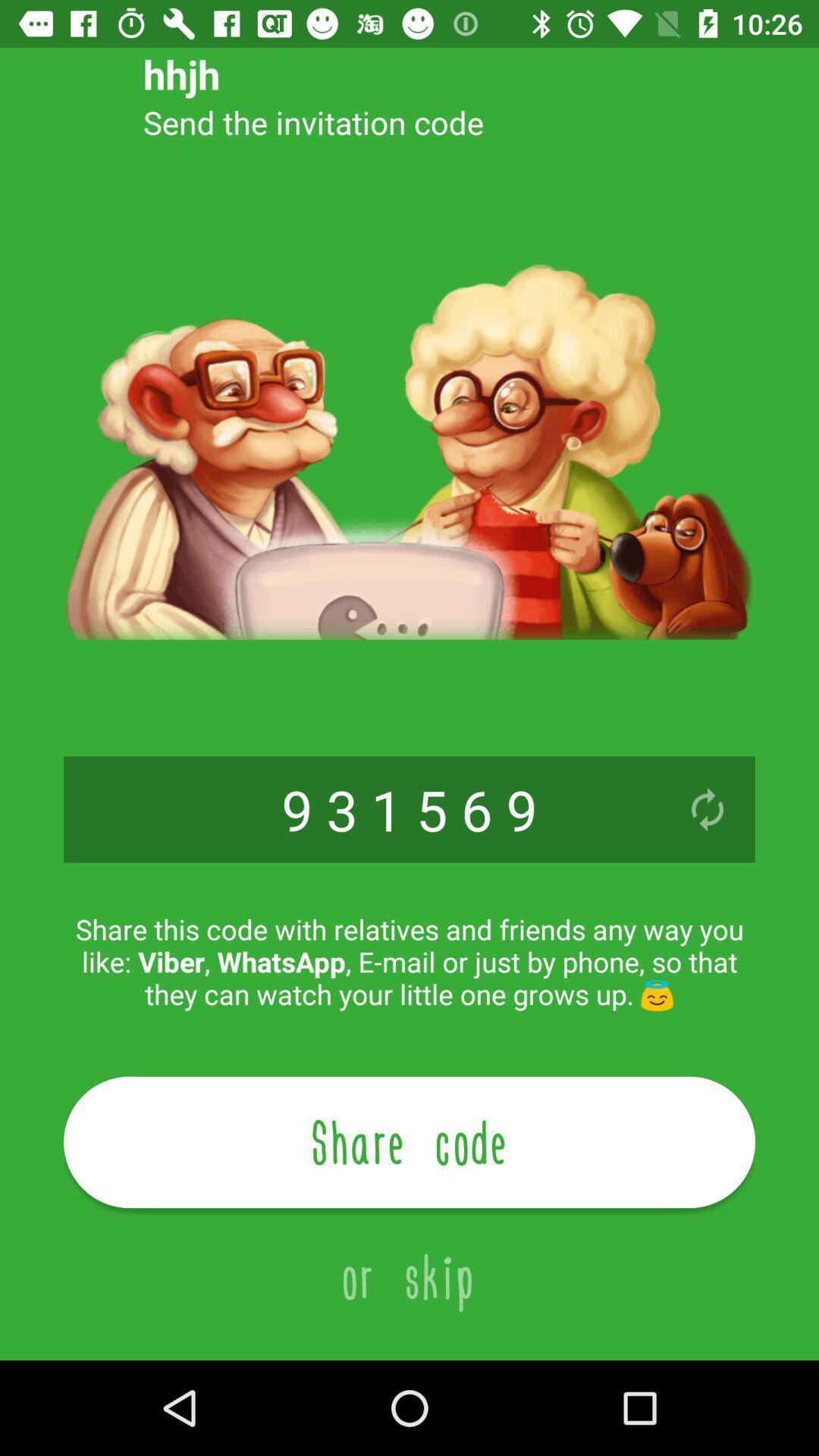  I want to click on the icon on the right, so click(708, 808).